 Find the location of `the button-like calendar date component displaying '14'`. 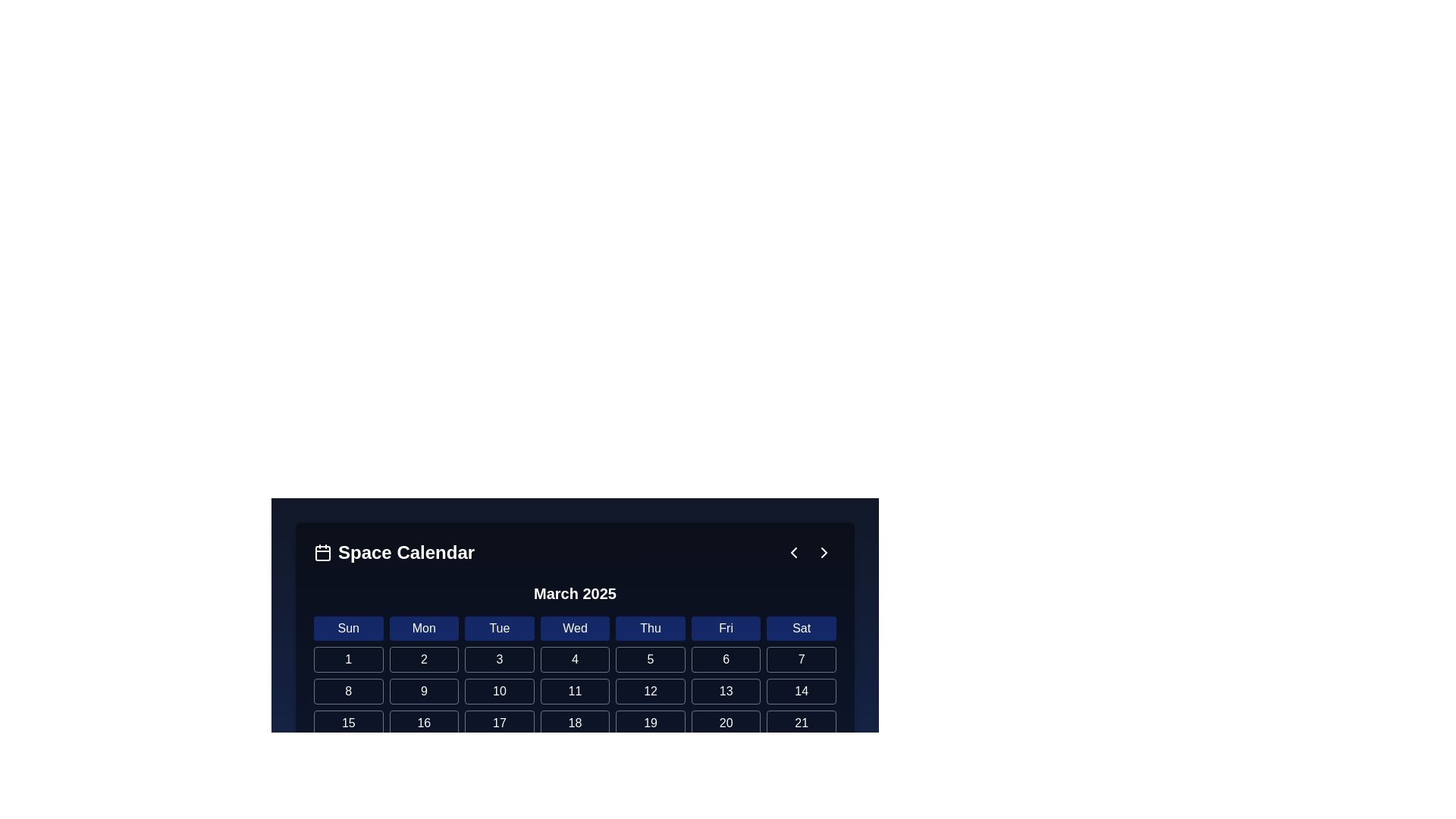

the button-like calendar date component displaying '14' is located at coordinates (801, 691).